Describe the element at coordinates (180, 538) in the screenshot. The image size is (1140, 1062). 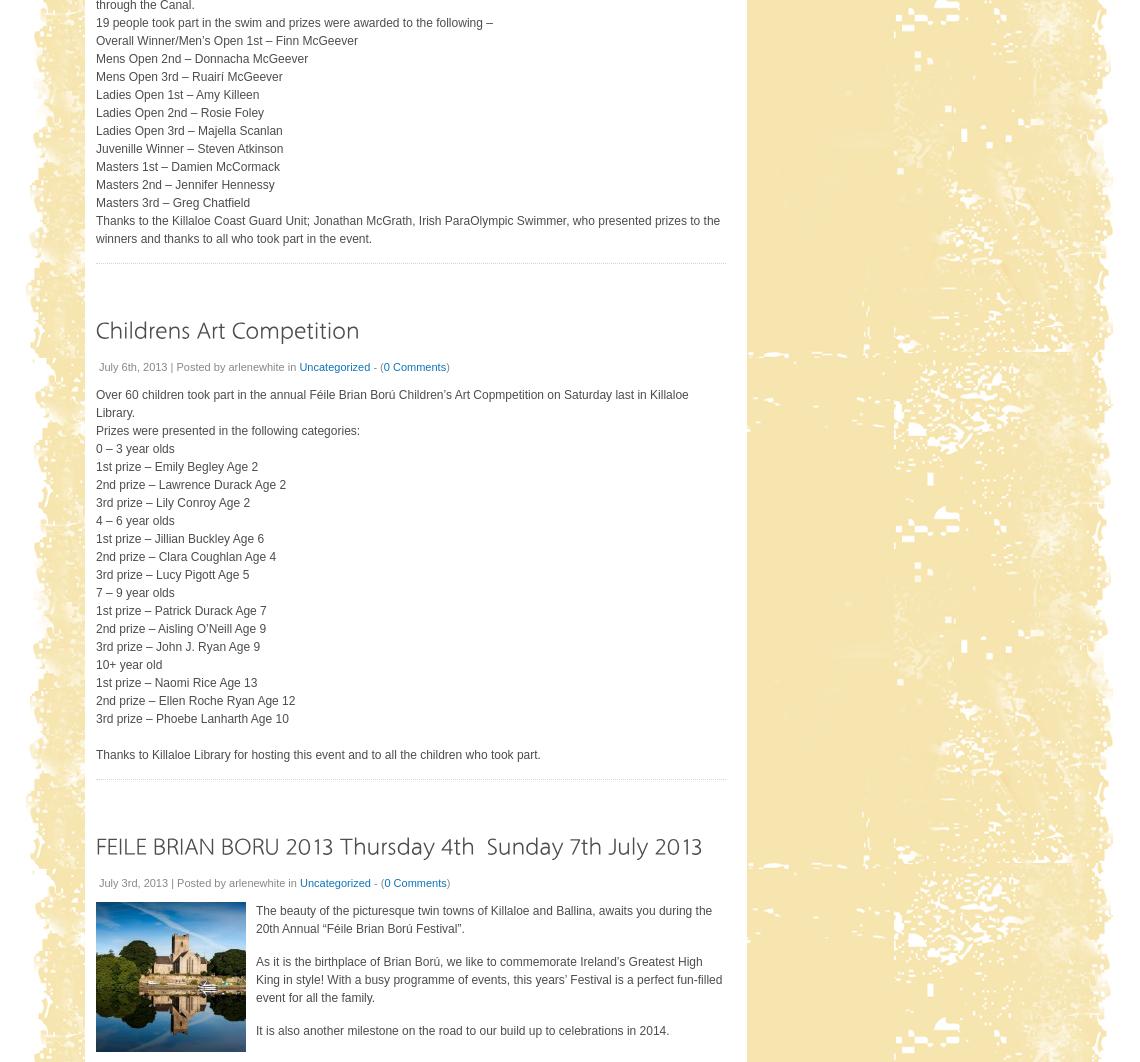
I see `'1st prize – Jillian Buckley Age 6'` at that location.